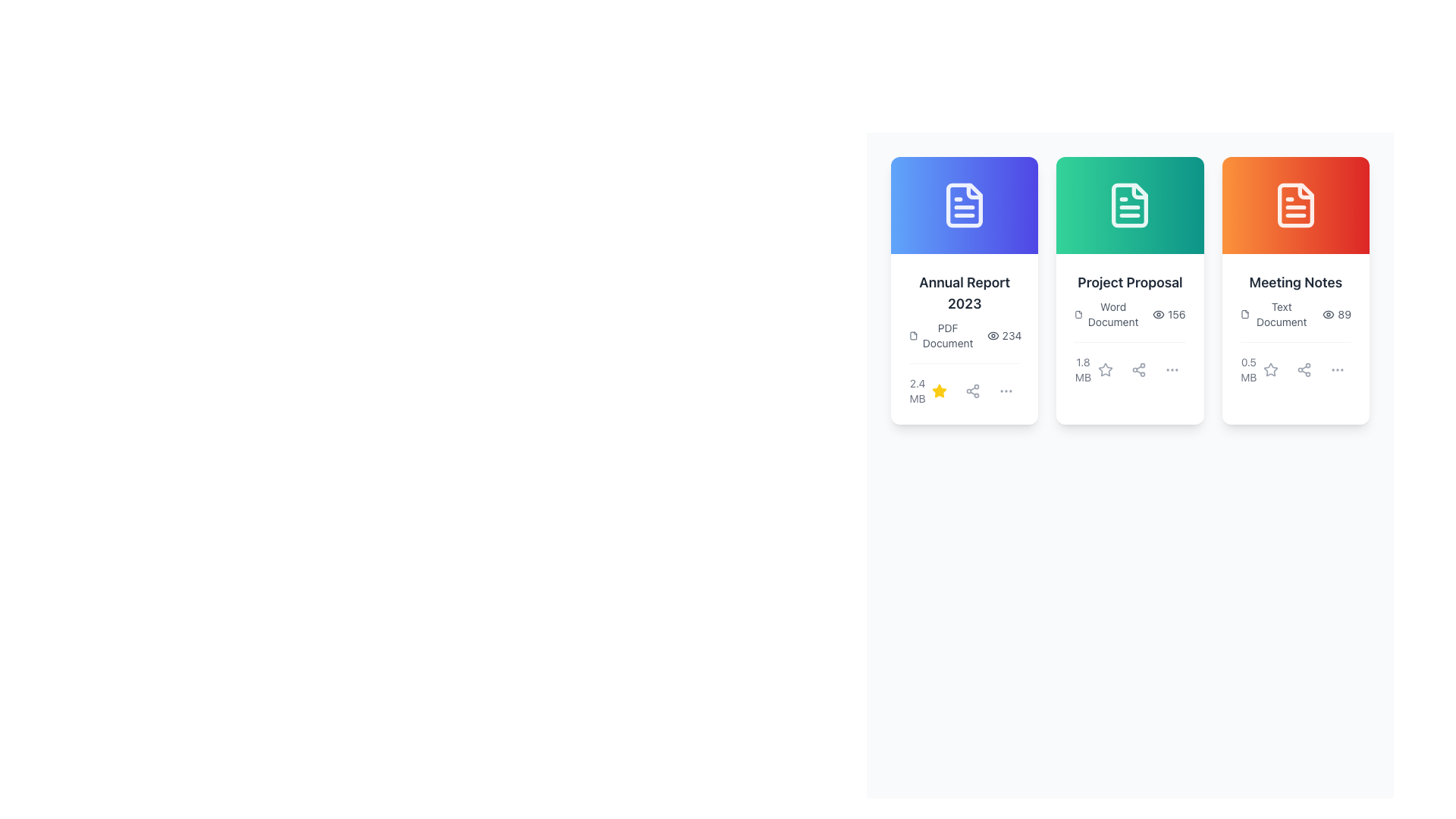 The height and width of the screenshot is (819, 1456). Describe the element at coordinates (1244, 314) in the screenshot. I see `the text document icon located at the top-left corner of the third card, immediately to the left of the 'Text Document' label` at that location.